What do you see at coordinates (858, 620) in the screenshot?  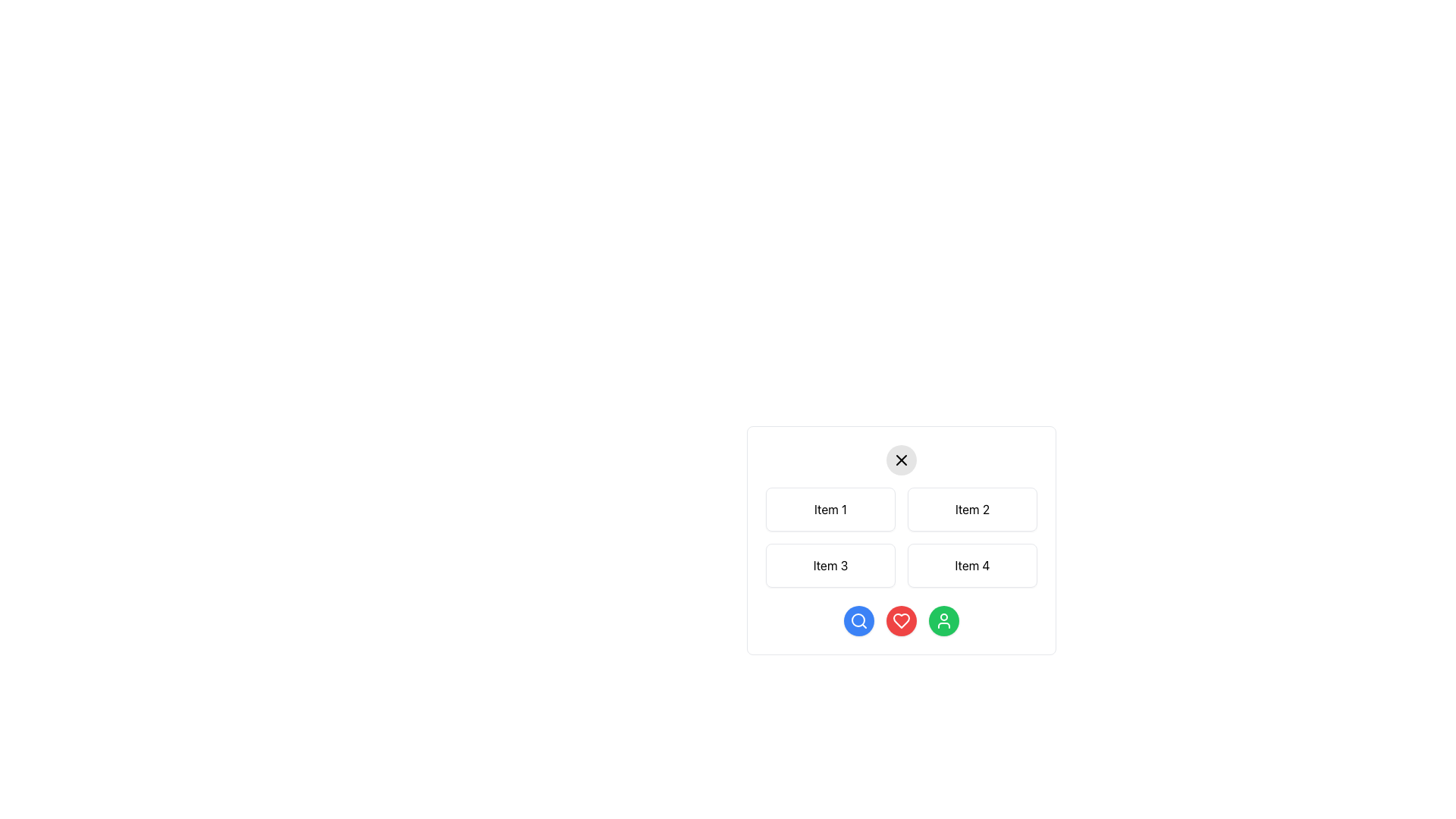 I see `Circle SVG Element, which serves as the core circular outline of the search icon located in the upper center of the interface` at bounding box center [858, 620].